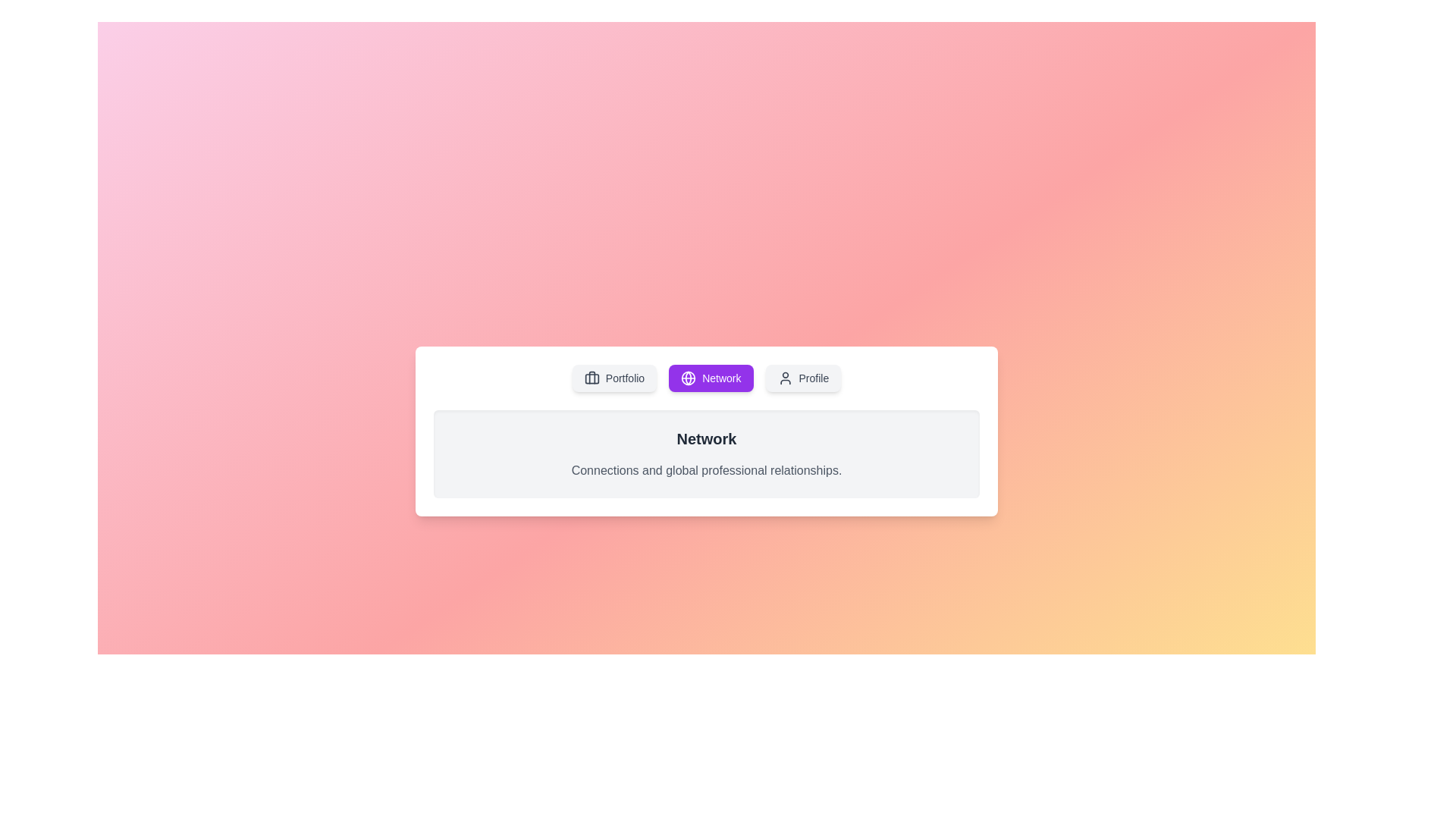 The image size is (1456, 819). I want to click on the Portfolio tab to switch the content, so click(614, 377).